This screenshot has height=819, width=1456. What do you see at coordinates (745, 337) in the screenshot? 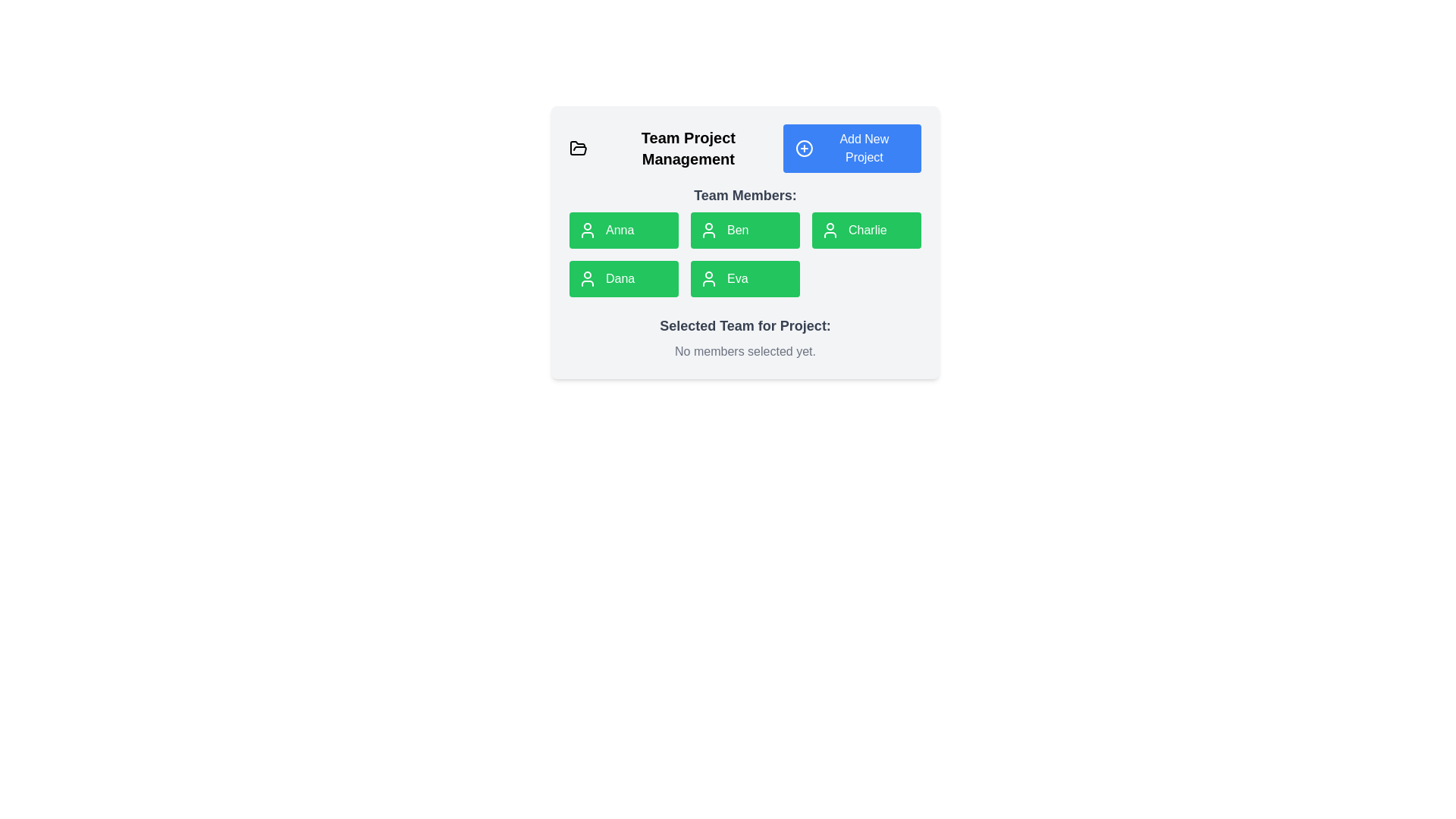
I see `the Text Block that displays 'Selected Team for Project:' and 'No members selected yet.' which is centrally aligned within a white-bordered section on a light gray background` at bounding box center [745, 337].